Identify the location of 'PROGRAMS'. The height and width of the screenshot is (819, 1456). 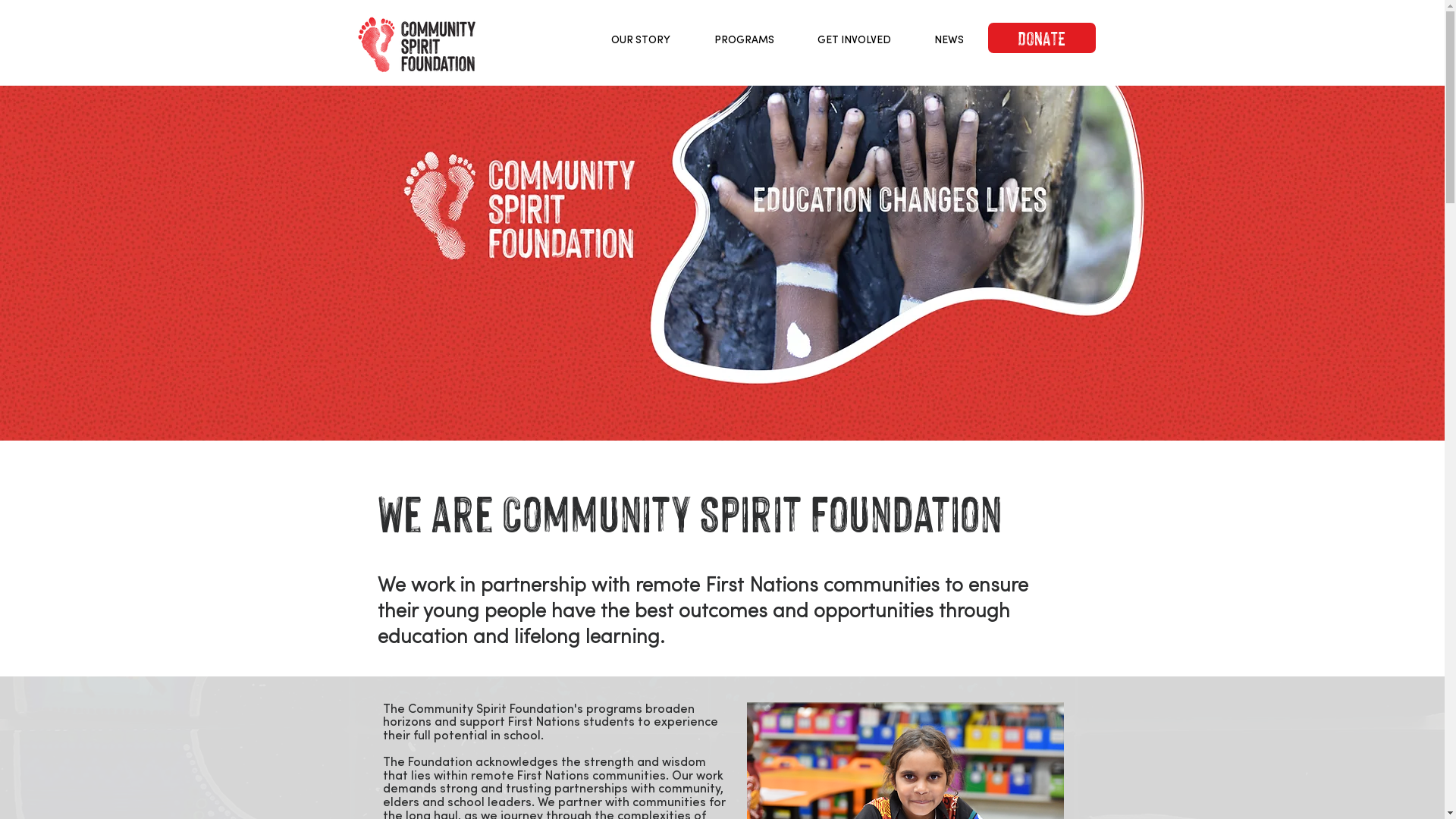
(743, 38).